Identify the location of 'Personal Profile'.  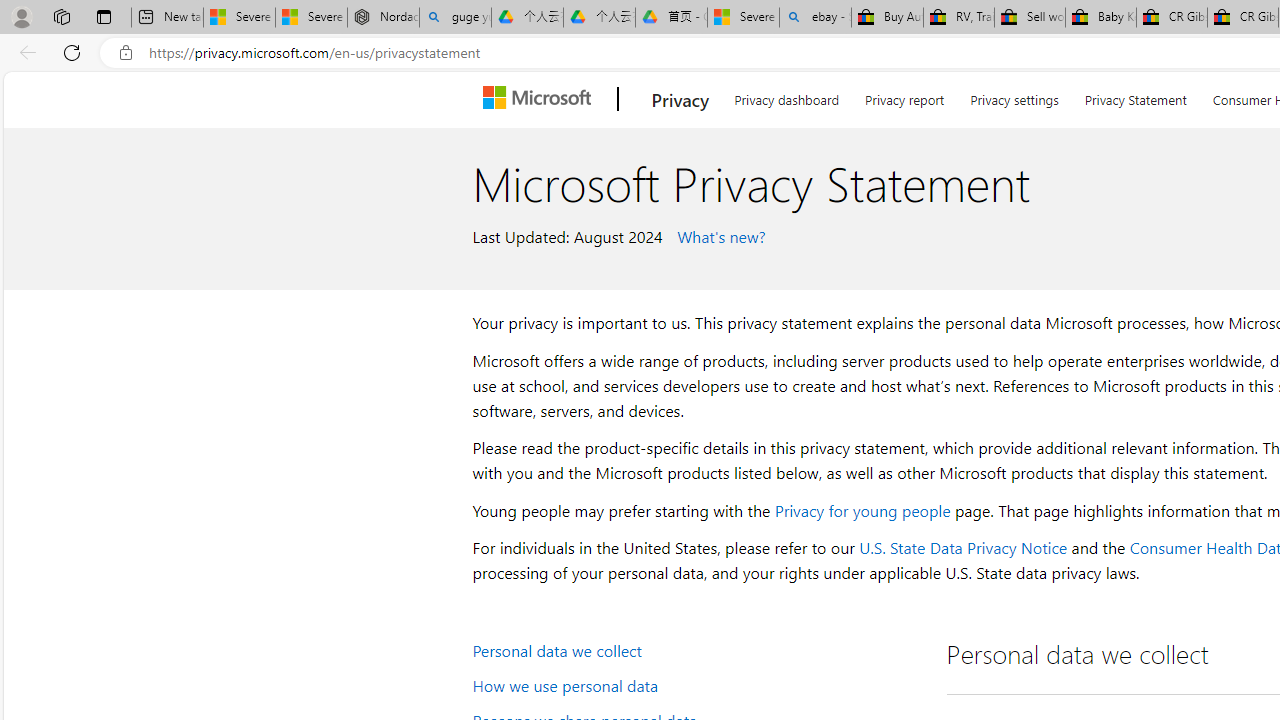
(21, 16).